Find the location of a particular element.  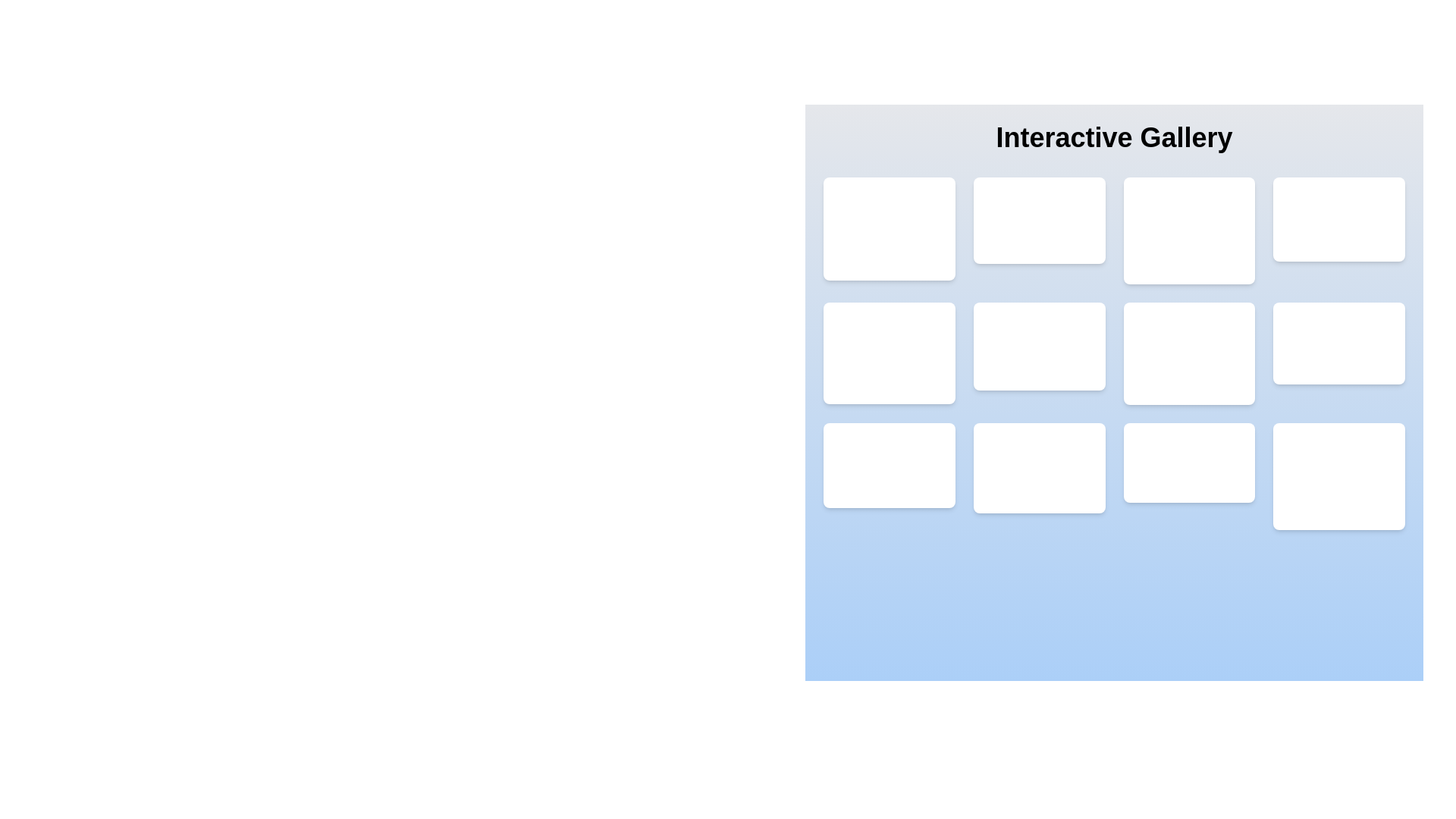

the third card in the first row of the gallery layout, which displays a visual item and textual information is located at coordinates (1188, 231).